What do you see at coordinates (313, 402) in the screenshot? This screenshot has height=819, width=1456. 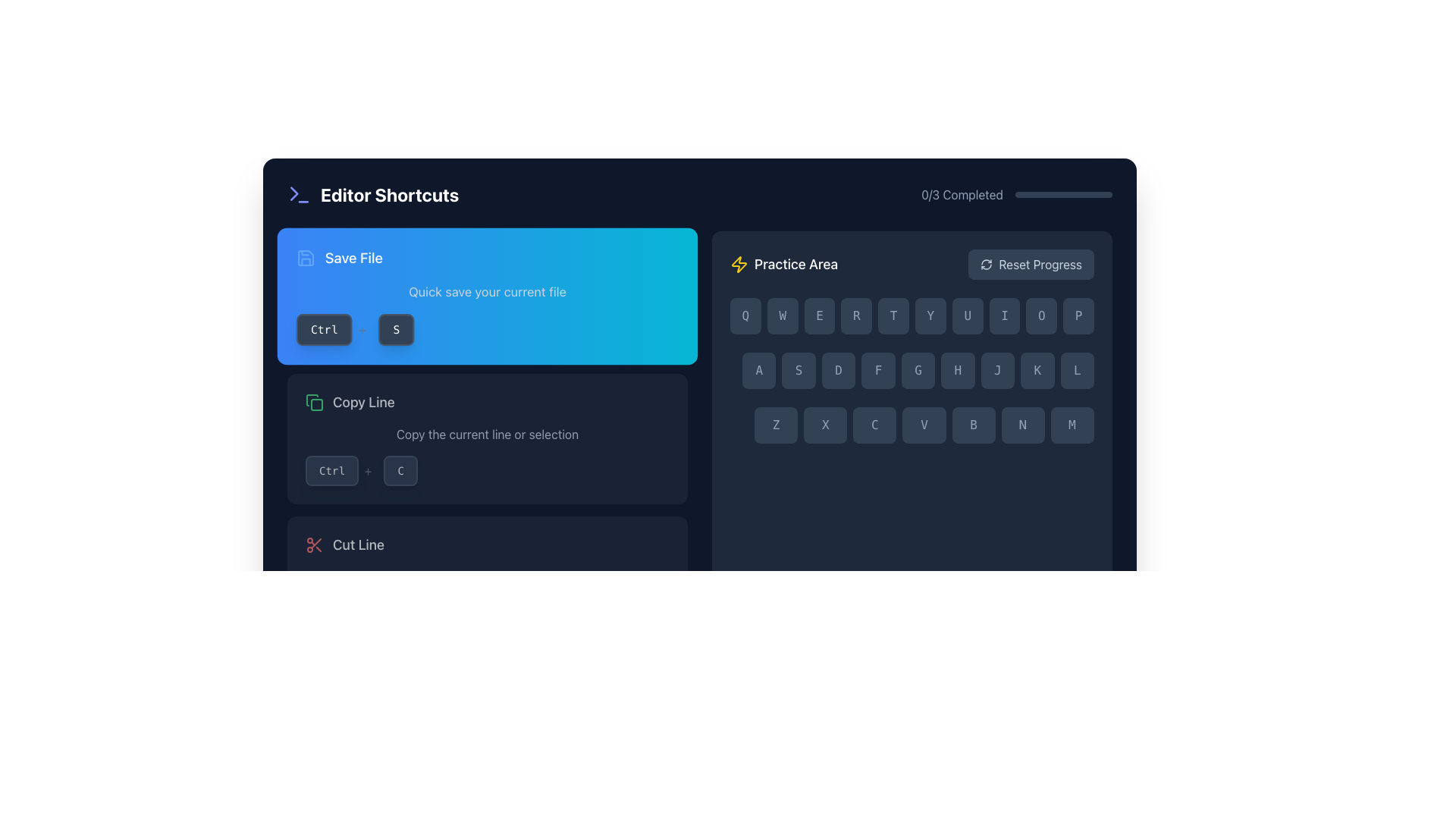 I see `the green copy icon located to the left of the 'Copy Line' label` at bounding box center [313, 402].